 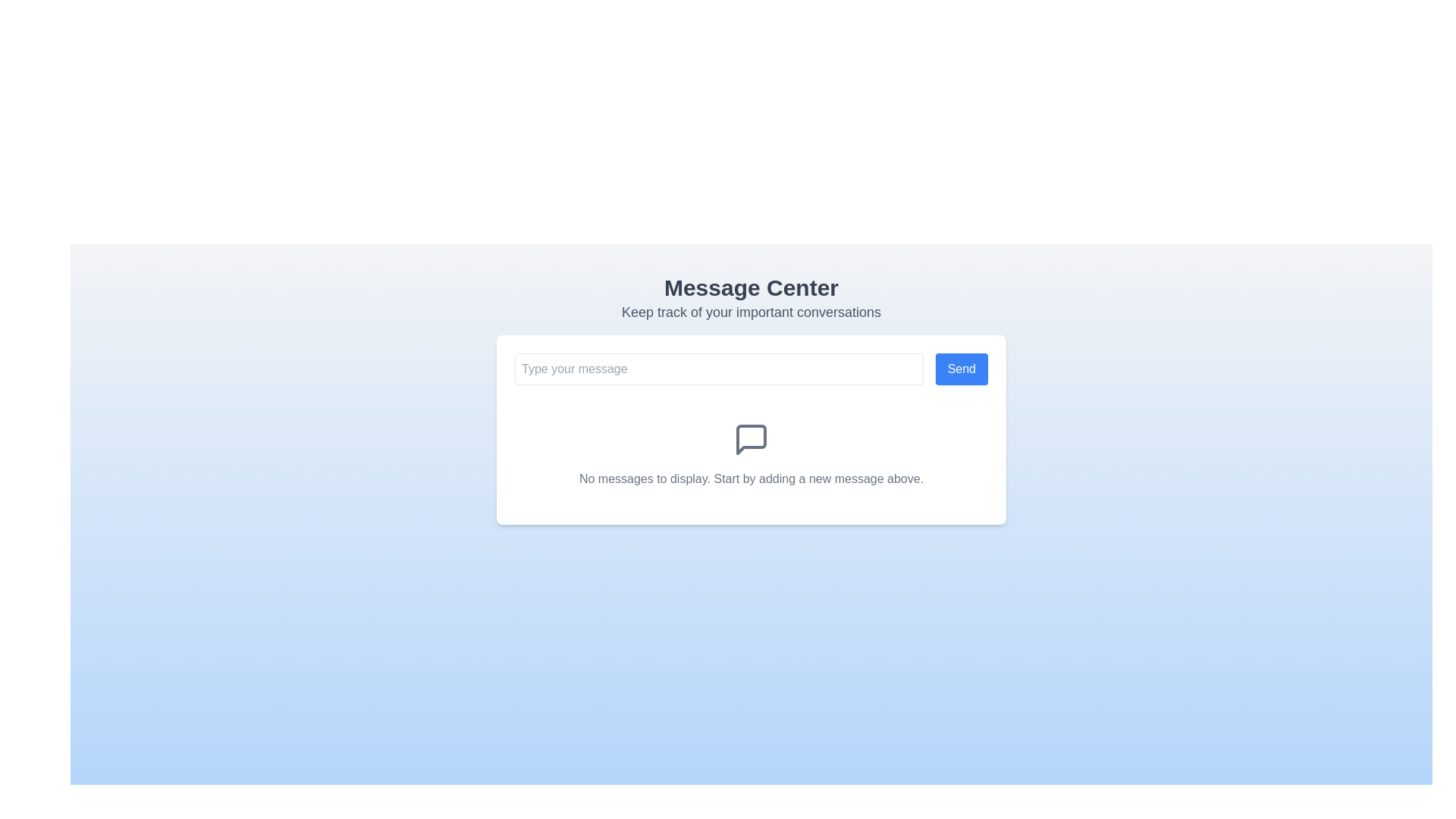 What do you see at coordinates (751, 312) in the screenshot?
I see `text label that serves as a descriptive subtitle beneath the 'Message Center' heading, indicating the functionality of managing conversations` at bounding box center [751, 312].